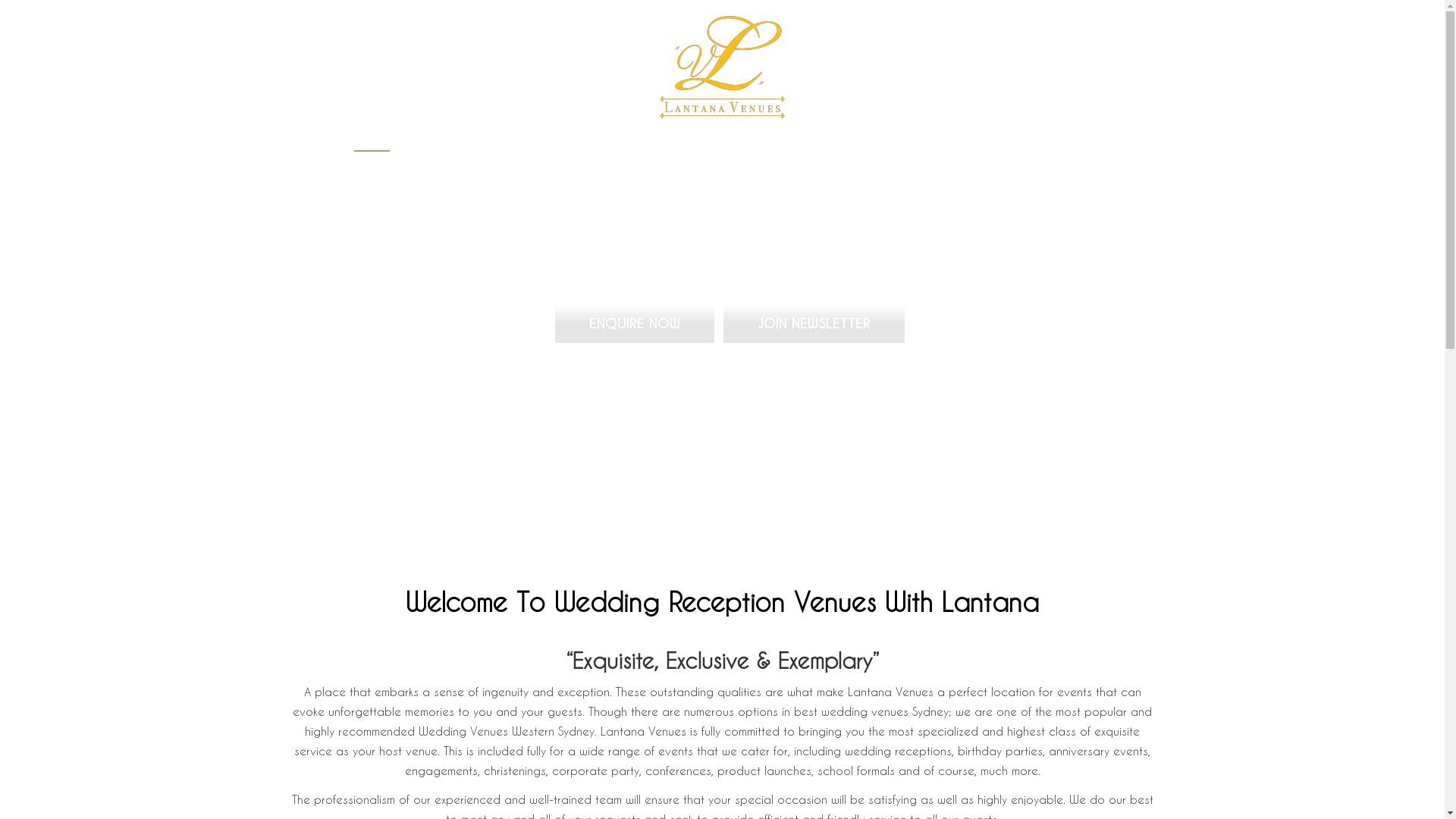  Describe the element at coordinates (720, 322) in the screenshot. I see `'JOIN NEWSLETTER'` at that location.